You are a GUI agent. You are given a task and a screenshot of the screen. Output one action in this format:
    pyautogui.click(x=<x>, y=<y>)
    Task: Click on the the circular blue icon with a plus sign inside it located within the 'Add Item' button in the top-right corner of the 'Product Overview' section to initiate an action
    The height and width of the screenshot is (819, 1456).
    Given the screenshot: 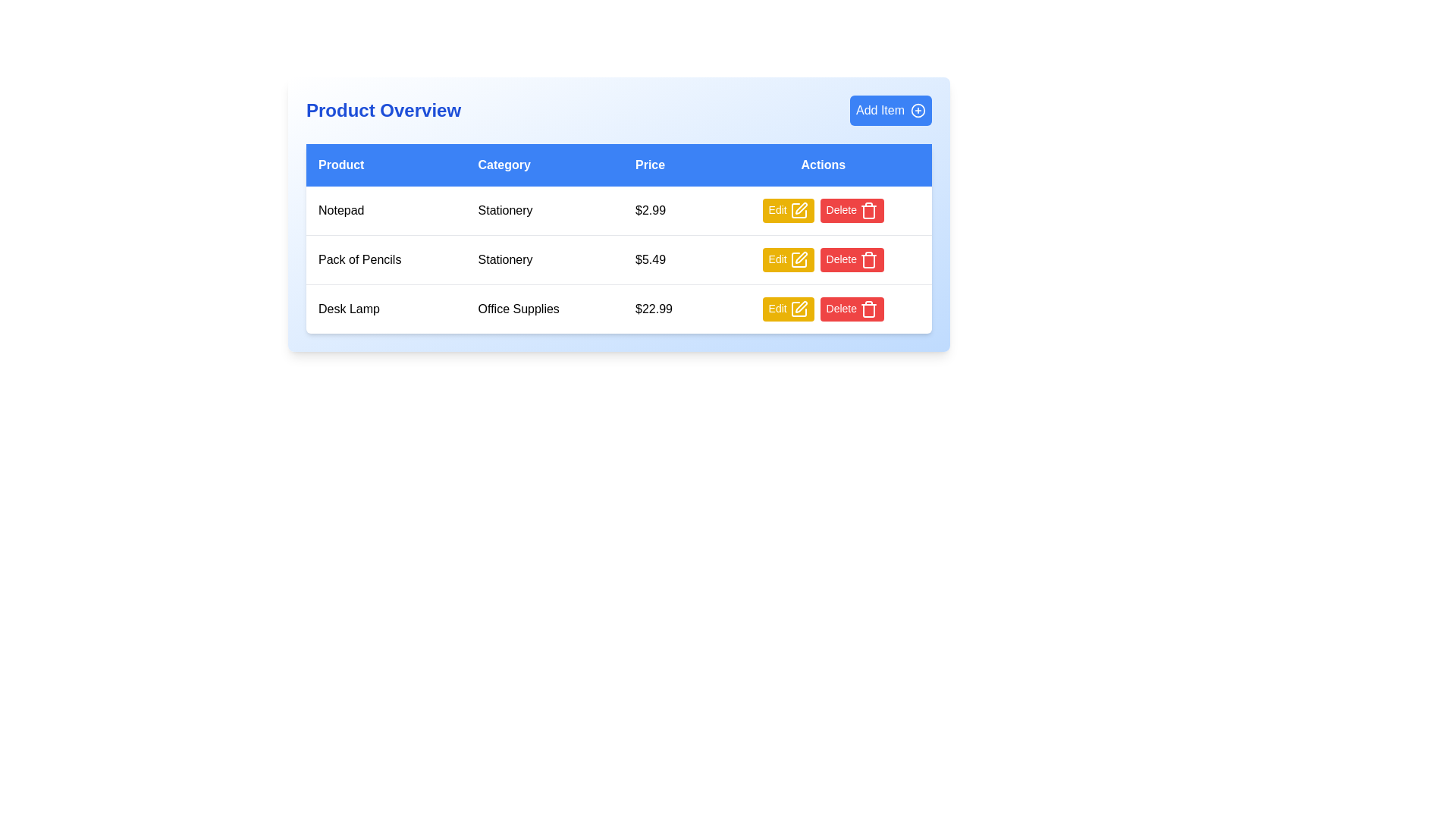 What is the action you would take?
    pyautogui.click(x=917, y=110)
    